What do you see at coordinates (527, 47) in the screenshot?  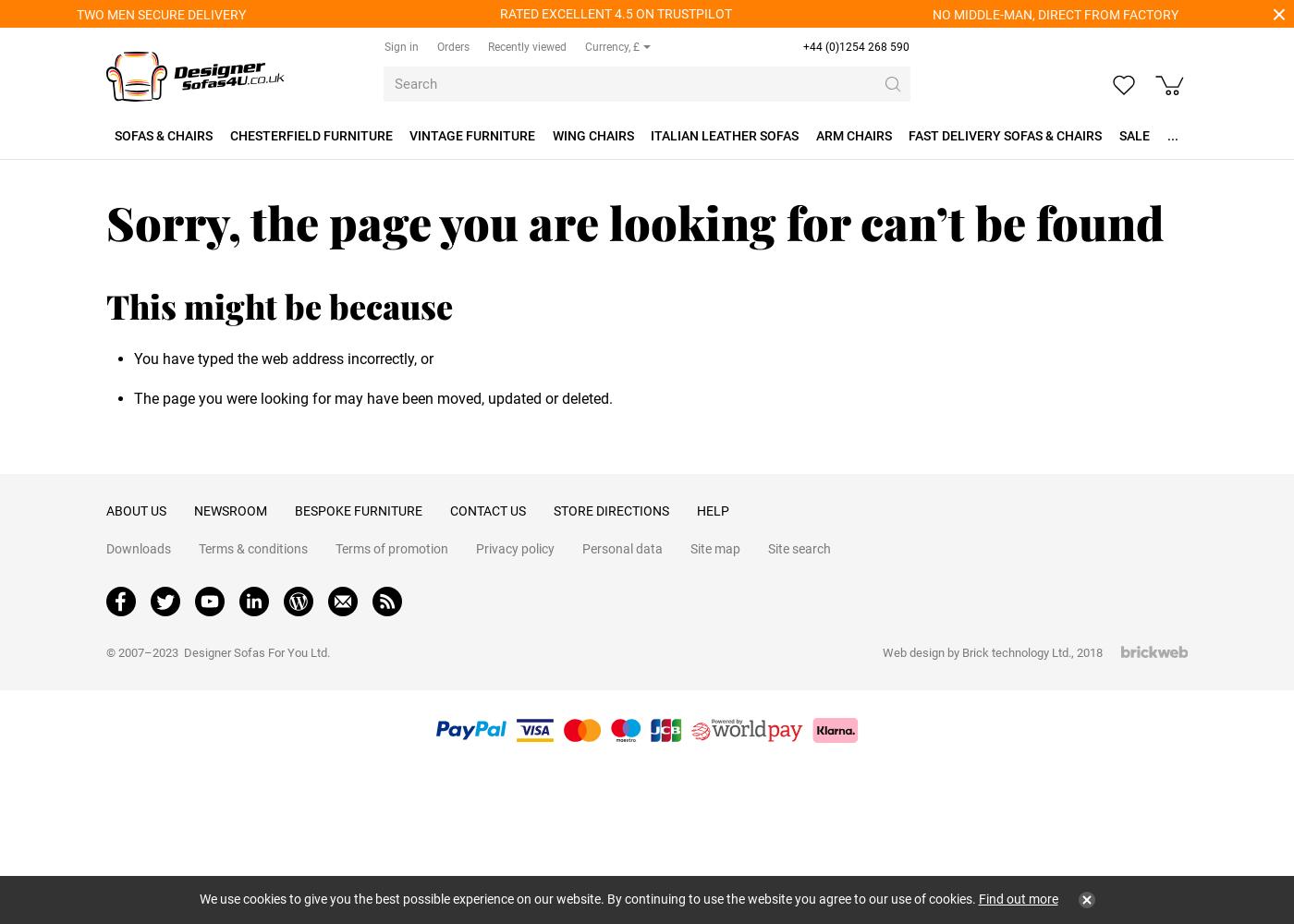 I see `'Recently viewed'` at bounding box center [527, 47].